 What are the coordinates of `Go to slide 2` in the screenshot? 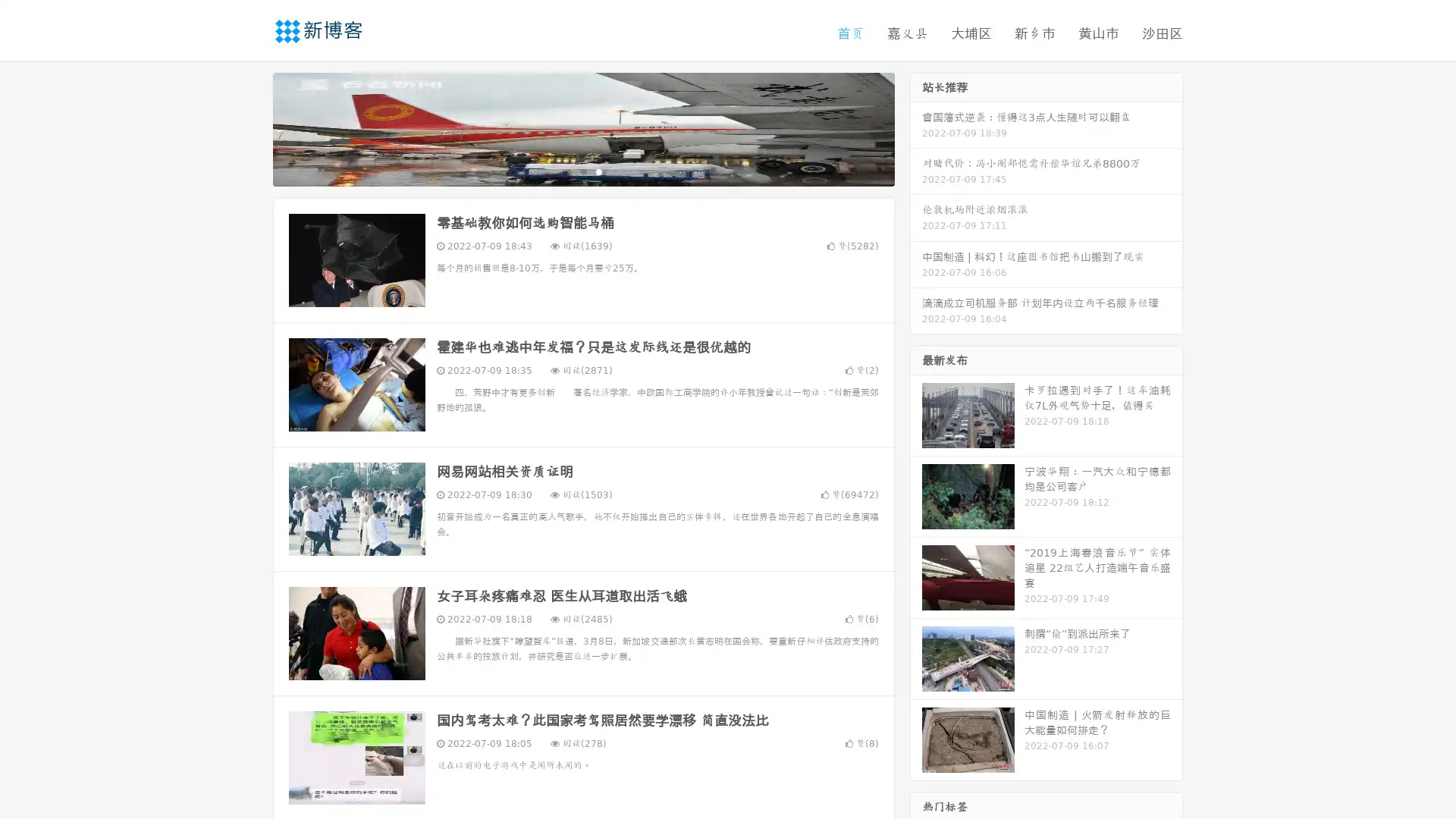 It's located at (582, 171).